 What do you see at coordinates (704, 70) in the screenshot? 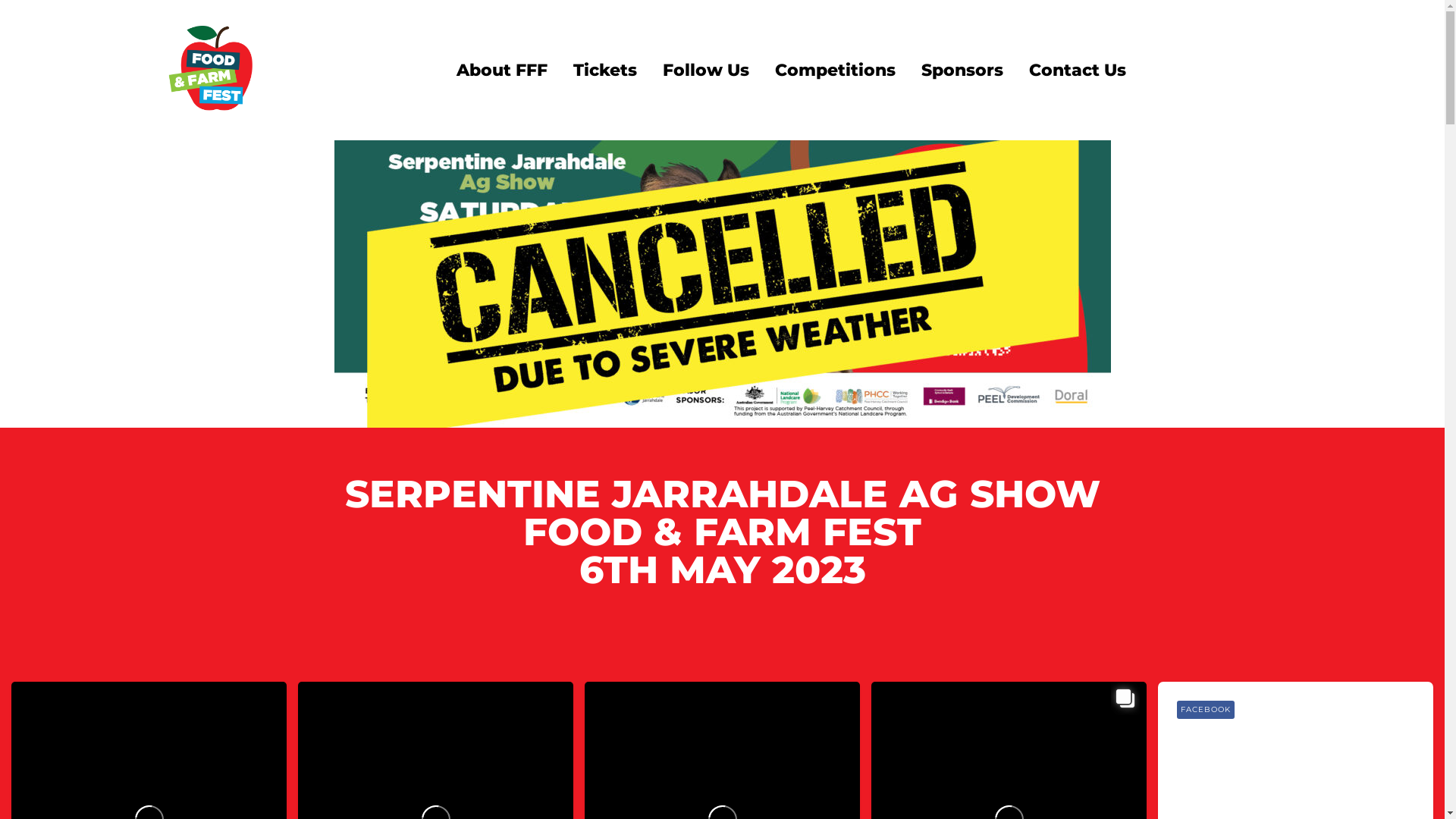
I see `'Follow Us'` at bounding box center [704, 70].